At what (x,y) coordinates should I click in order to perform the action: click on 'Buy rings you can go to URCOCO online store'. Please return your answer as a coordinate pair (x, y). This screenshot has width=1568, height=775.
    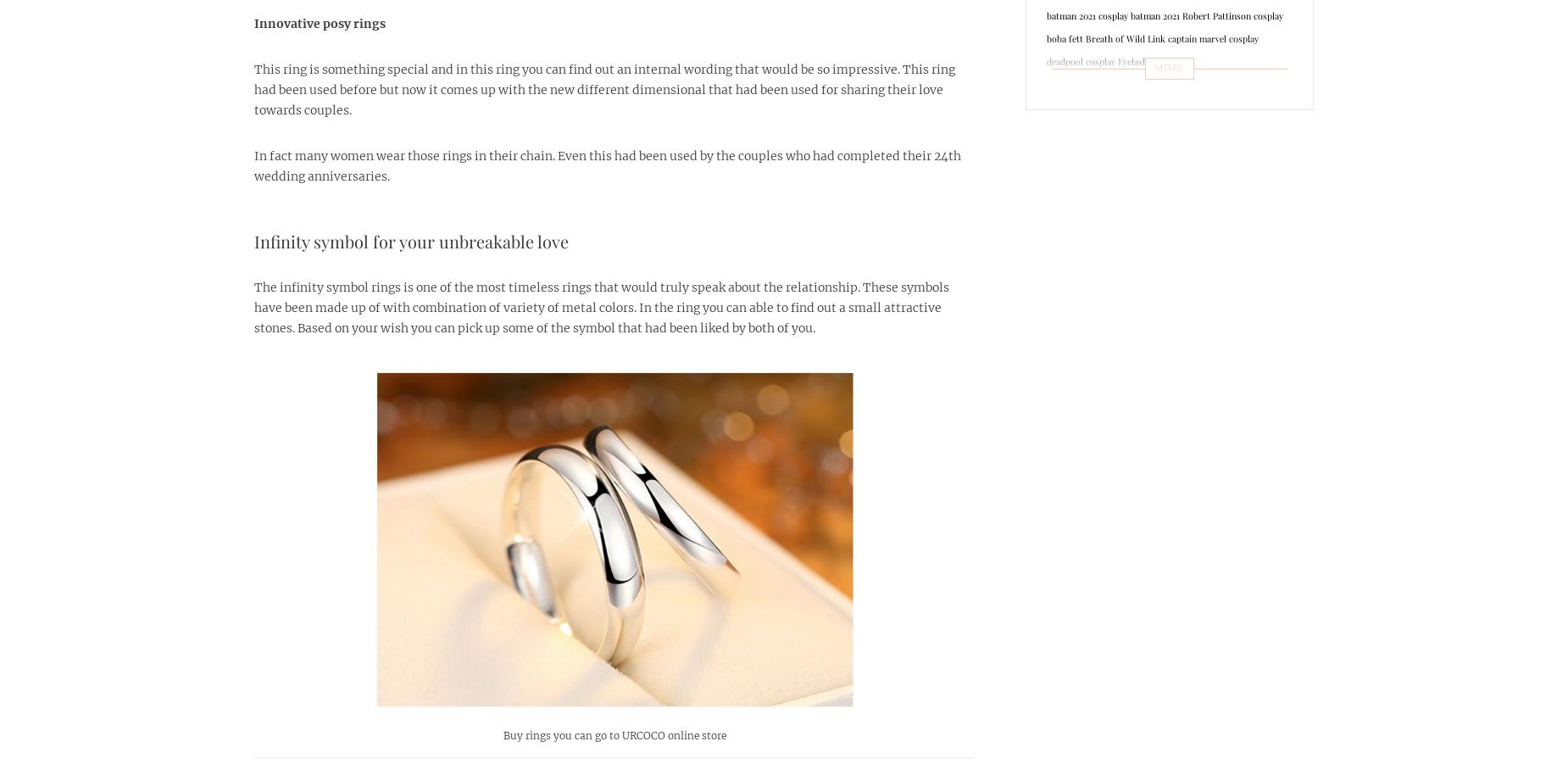
    Looking at the image, I should click on (502, 734).